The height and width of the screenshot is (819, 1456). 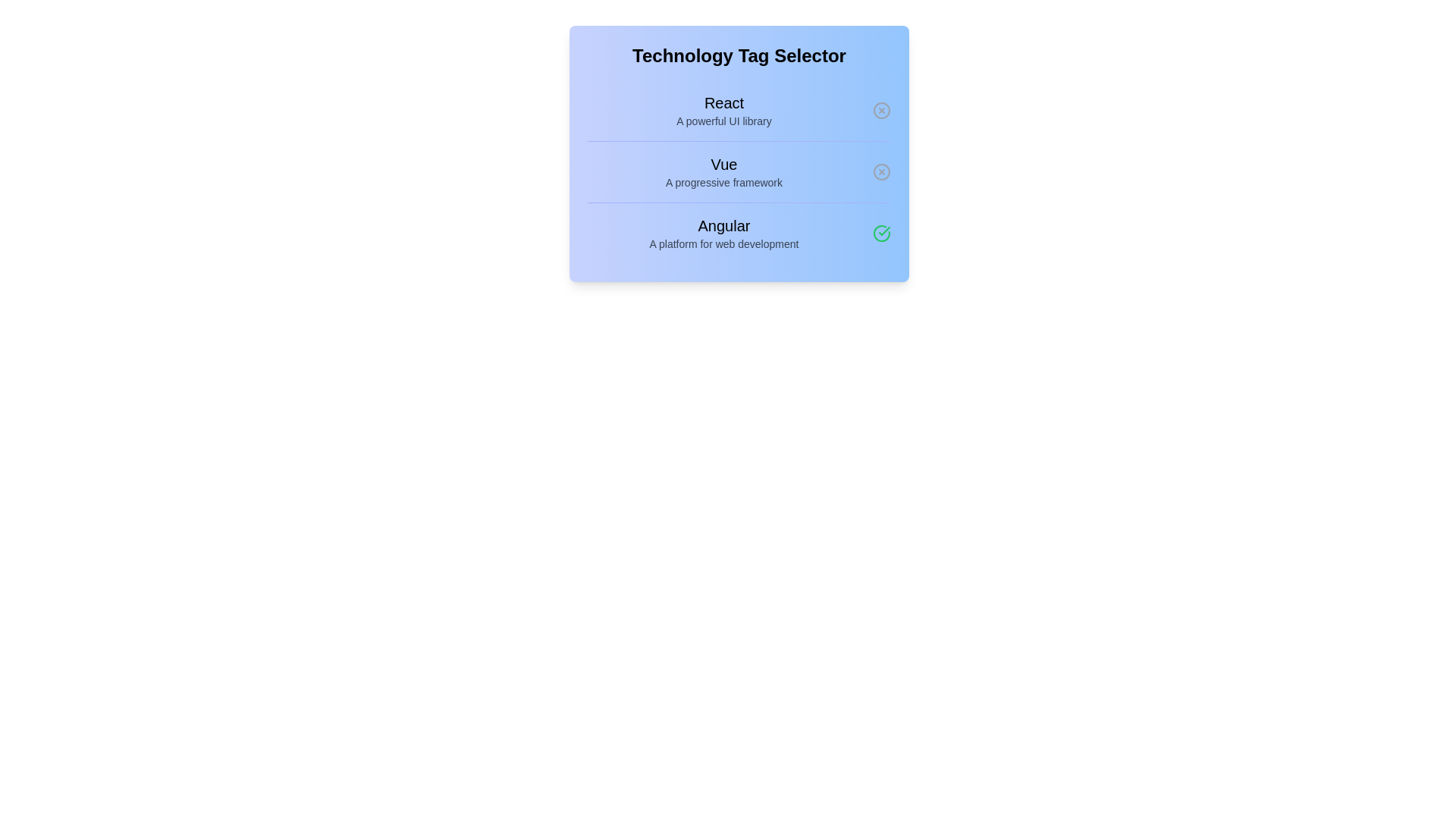 What do you see at coordinates (881, 171) in the screenshot?
I see `the tag Vue by clicking its corresponding button` at bounding box center [881, 171].